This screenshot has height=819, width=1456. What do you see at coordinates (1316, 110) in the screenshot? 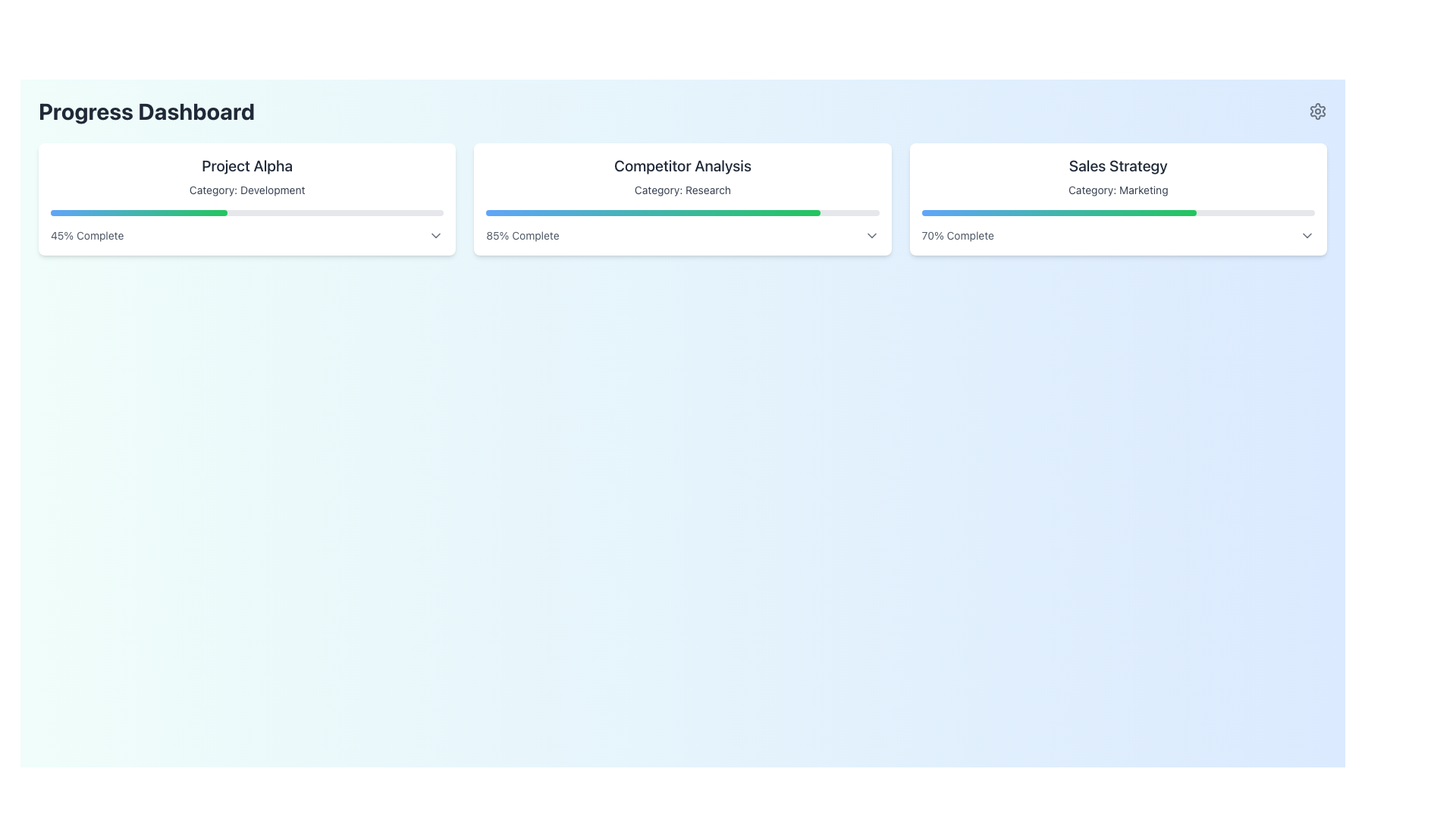
I see `the gear-shaped icon in the top-right corner of the interface, which is associated with settings or configuration` at bounding box center [1316, 110].